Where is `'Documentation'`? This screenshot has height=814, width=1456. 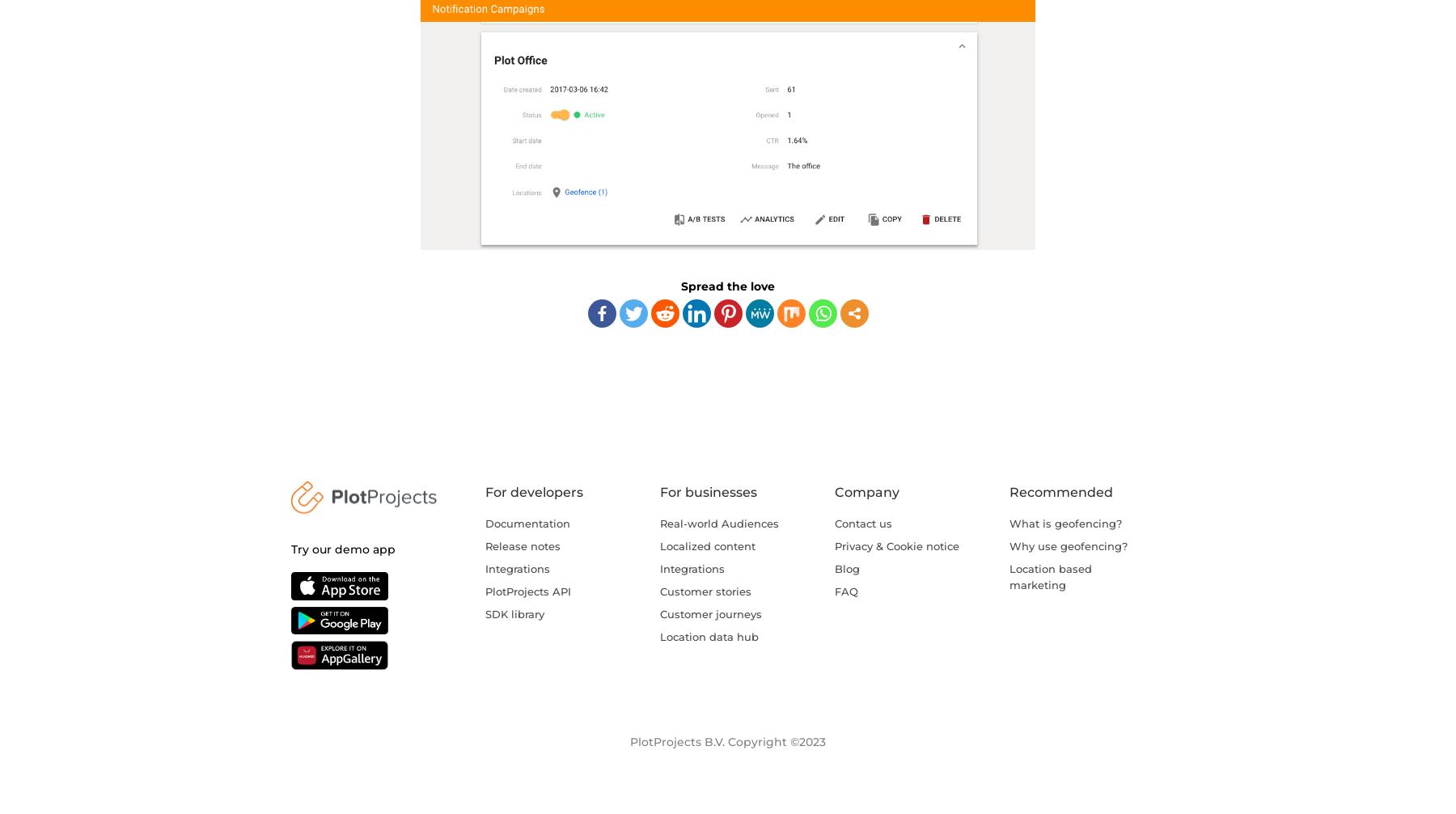
'Documentation' is located at coordinates (527, 522).